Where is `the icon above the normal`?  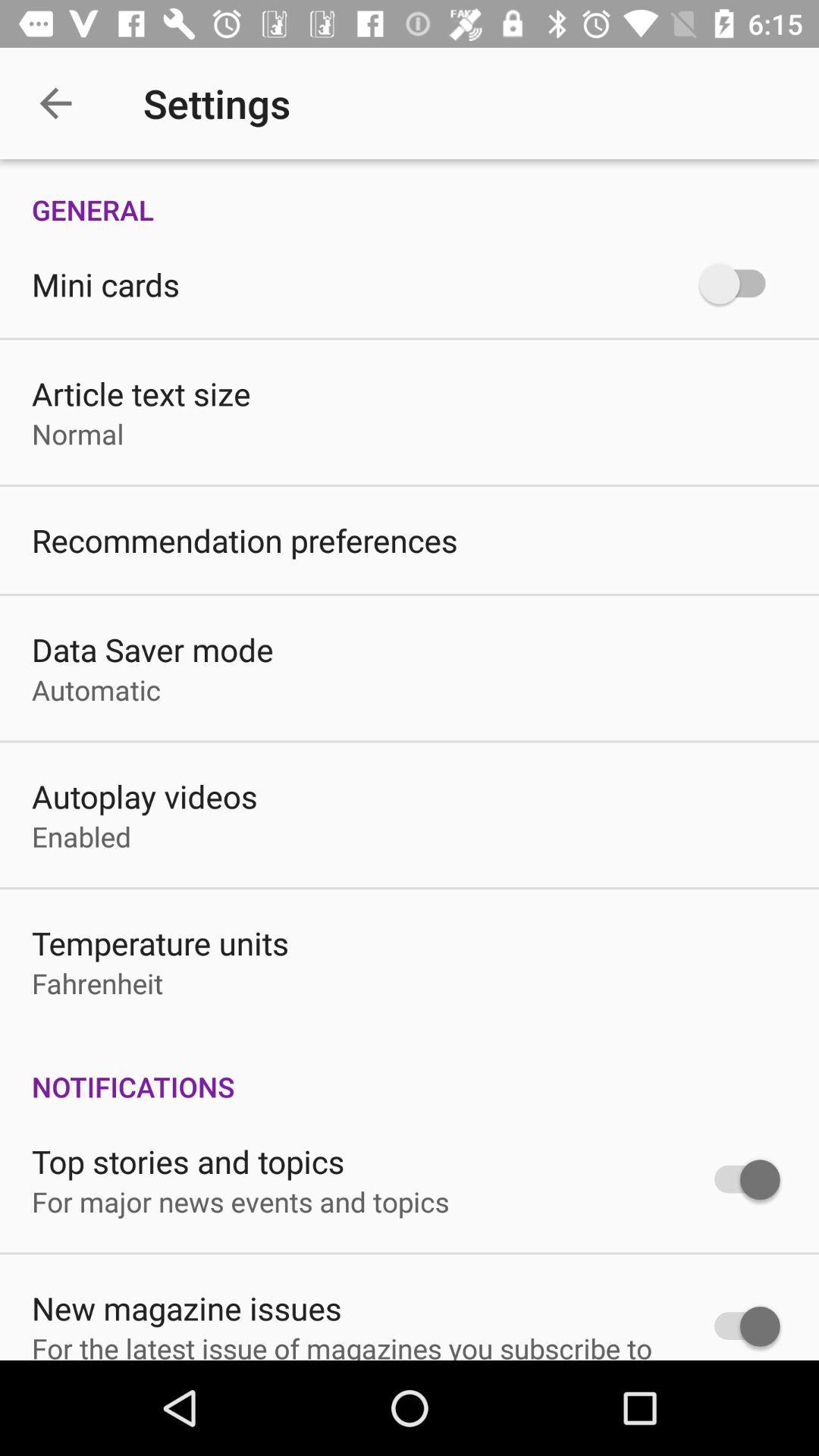
the icon above the normal is located at coordinates (141, 393).